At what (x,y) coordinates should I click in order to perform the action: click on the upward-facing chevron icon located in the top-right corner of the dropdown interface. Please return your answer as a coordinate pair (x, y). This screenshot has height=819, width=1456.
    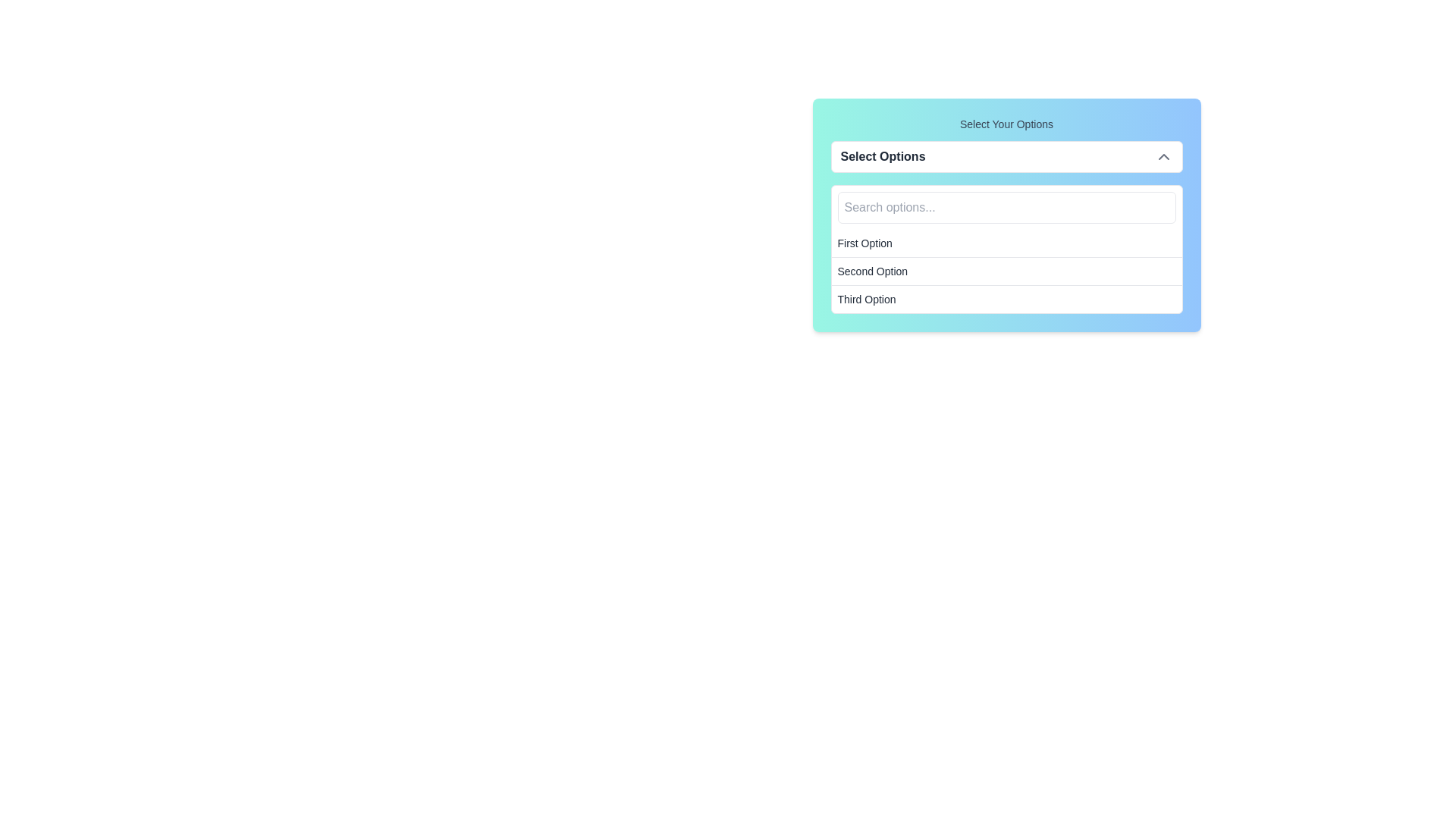
    Looking at the image, I should click on (1163, 157).